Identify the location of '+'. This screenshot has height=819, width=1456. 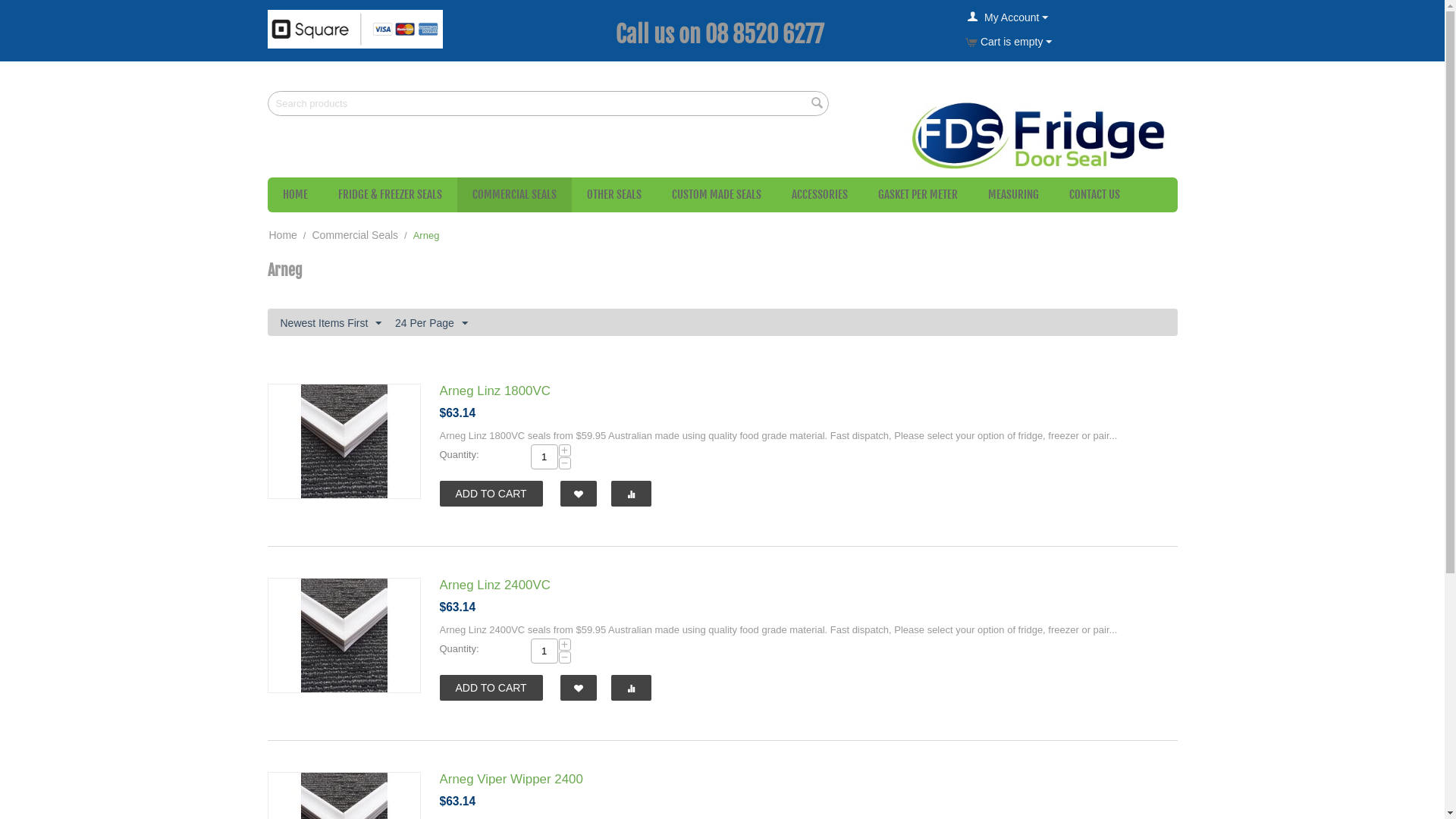
(557, 644).